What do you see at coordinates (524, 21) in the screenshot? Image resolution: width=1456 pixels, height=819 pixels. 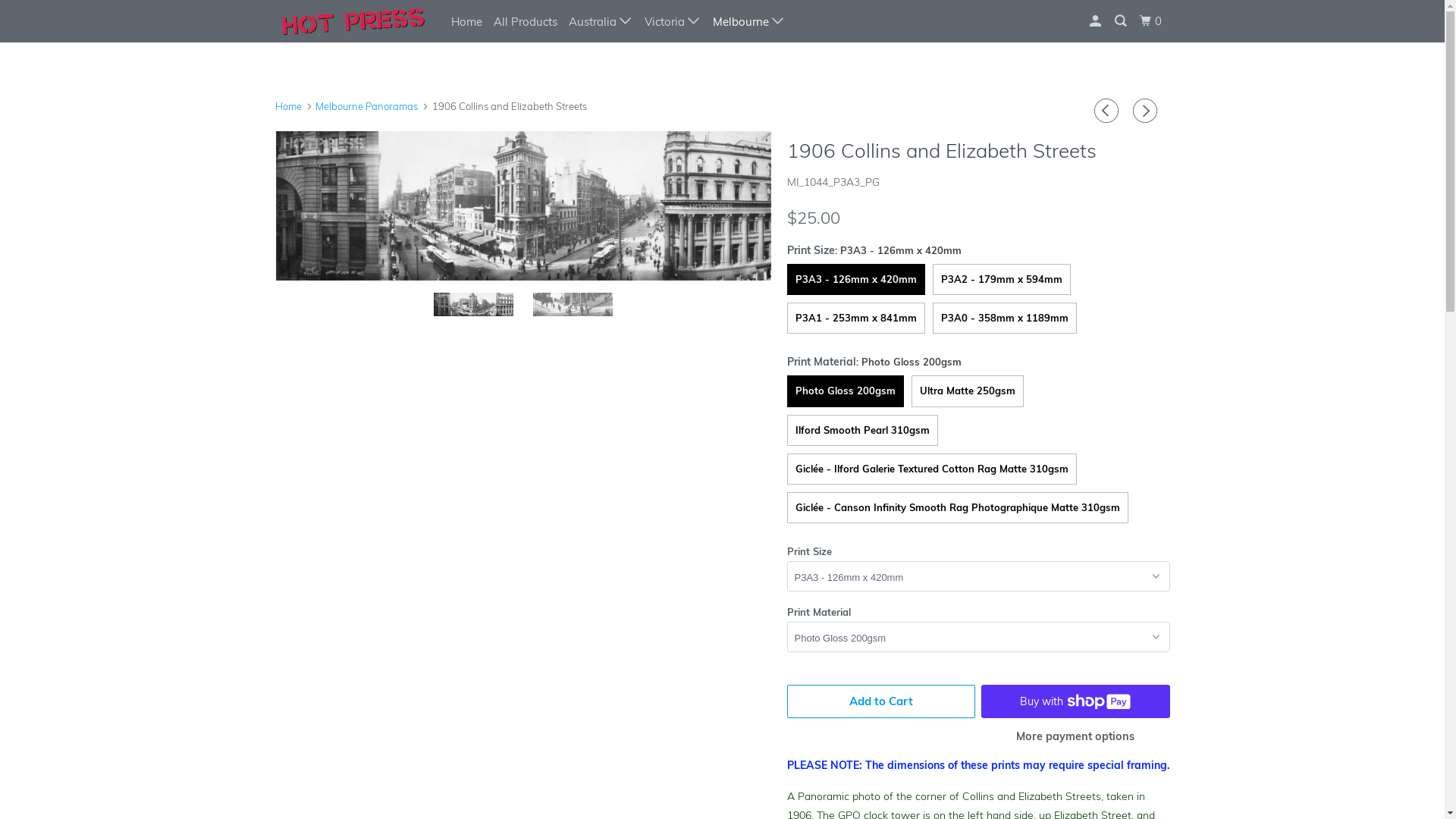 I see `'All Products'` at bounding box center [524, 21].